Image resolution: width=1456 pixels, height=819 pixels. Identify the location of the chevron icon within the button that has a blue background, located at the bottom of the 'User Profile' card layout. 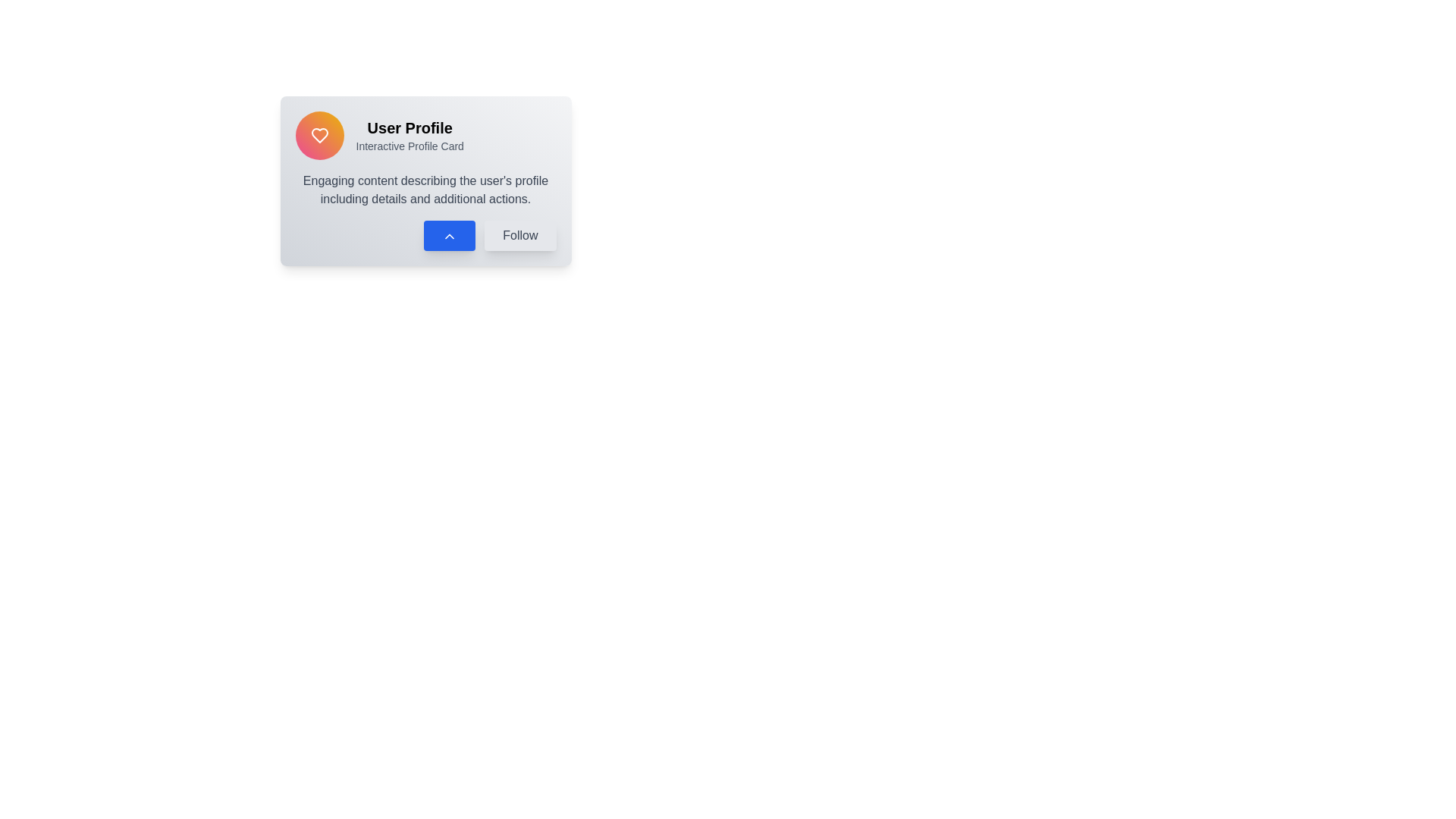
(449, 236).